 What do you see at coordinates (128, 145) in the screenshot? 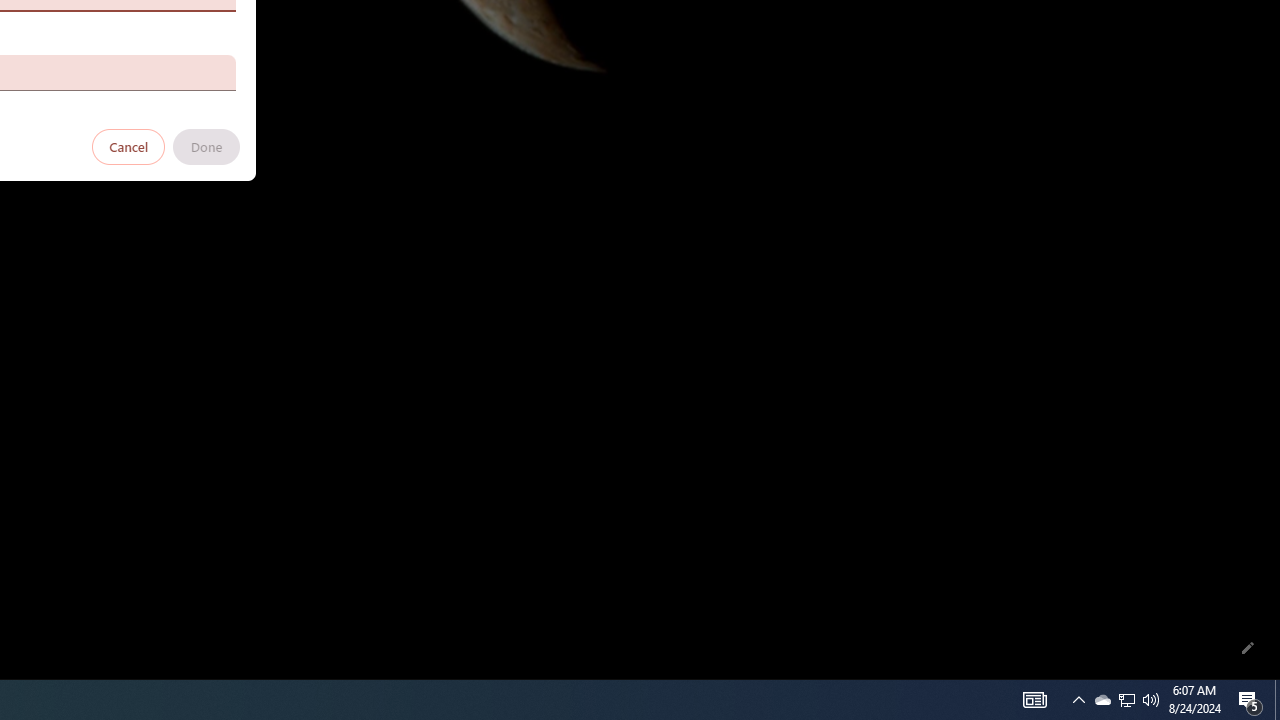
I see `'Cancel'` at bounding box center [128, 145].